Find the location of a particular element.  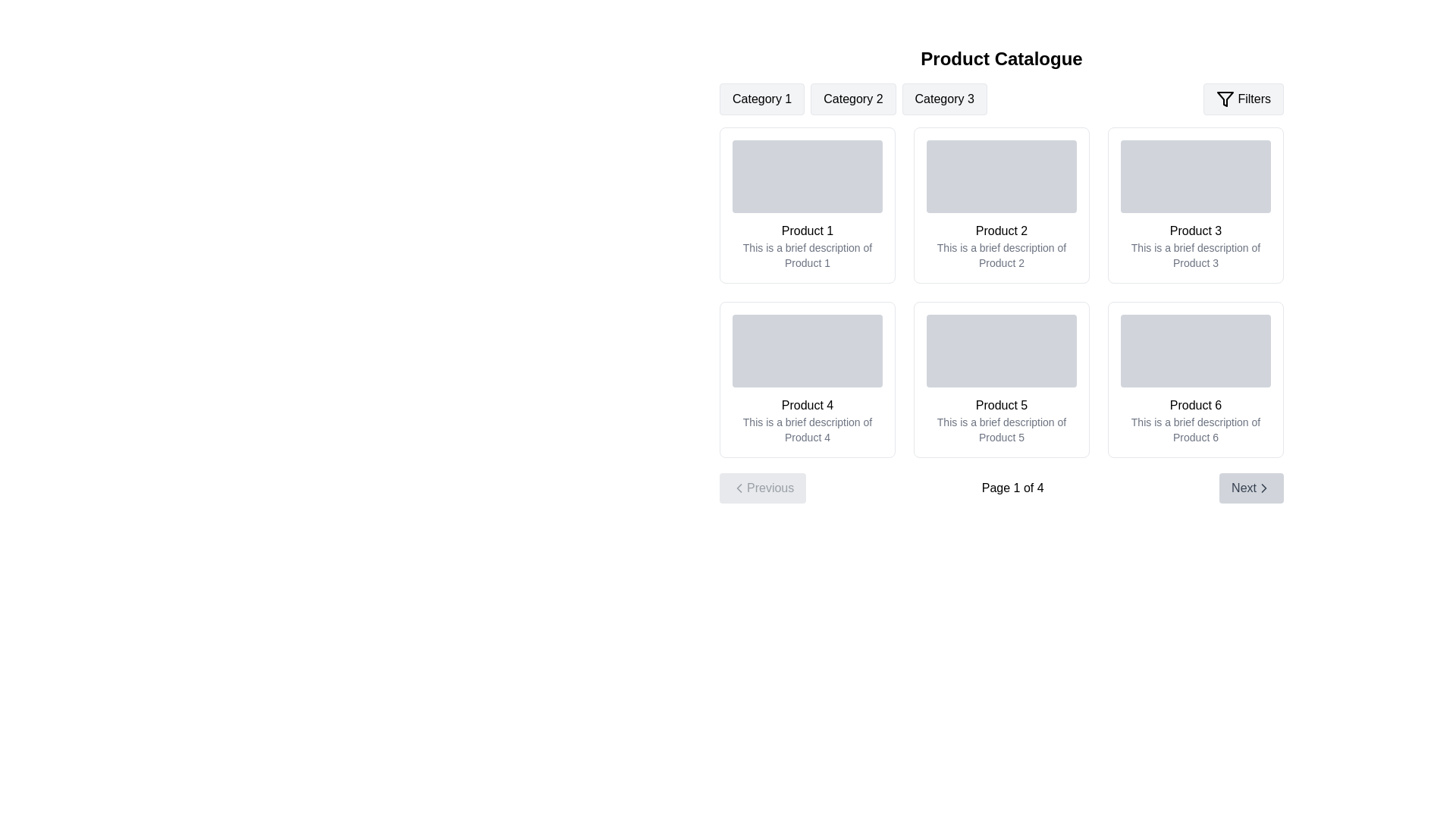

the inner structure of the filter icon, which is a triangular and vertical line shape located within the filter button at the top-right corner of the layout is located at coordinates (1225, 99).